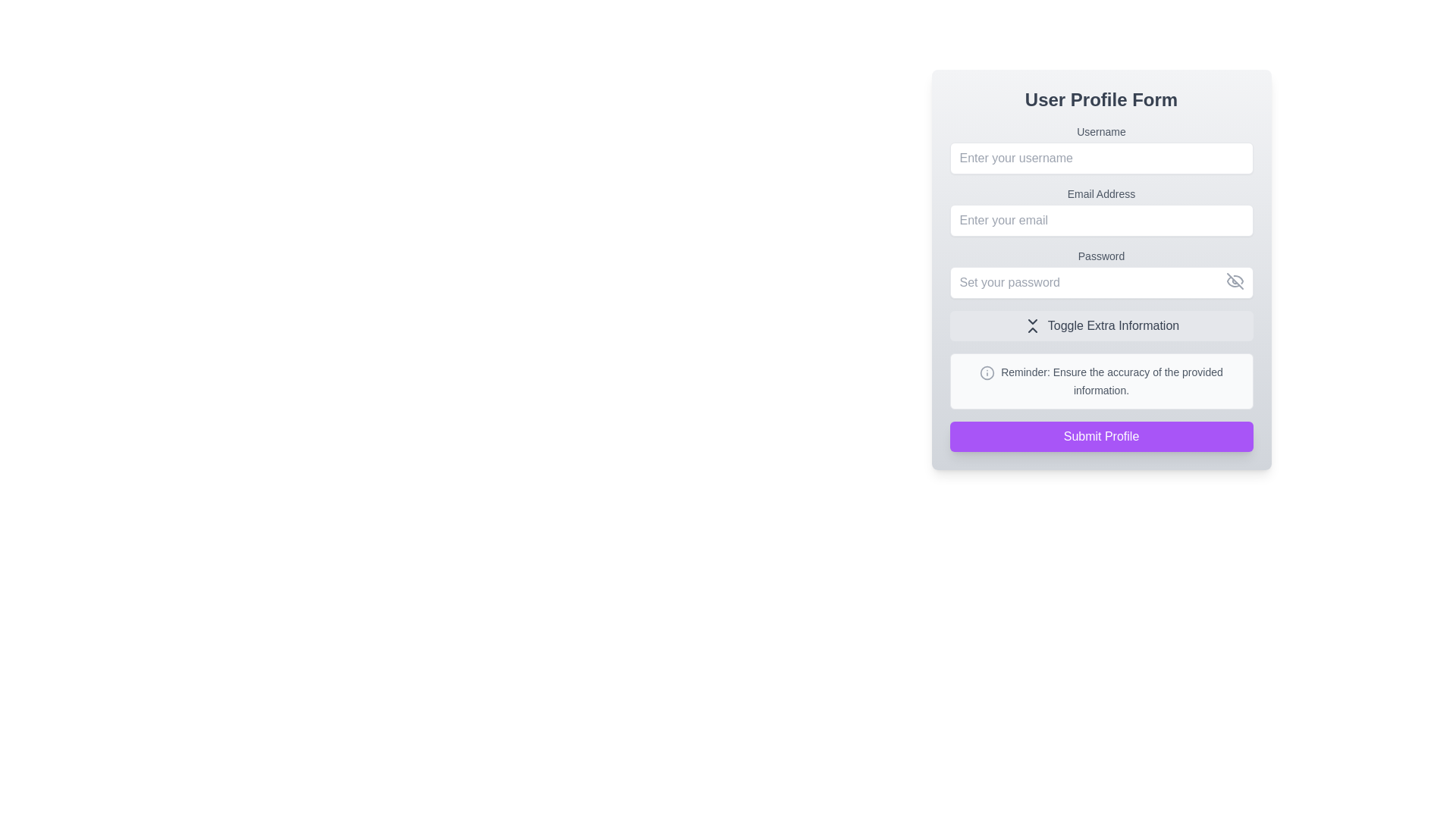 The image size is (1456, 819). Describe the element at coordinates (1101, 193) in the screenshot. I see `the Text label that describes the adjacent email input field` at that location.